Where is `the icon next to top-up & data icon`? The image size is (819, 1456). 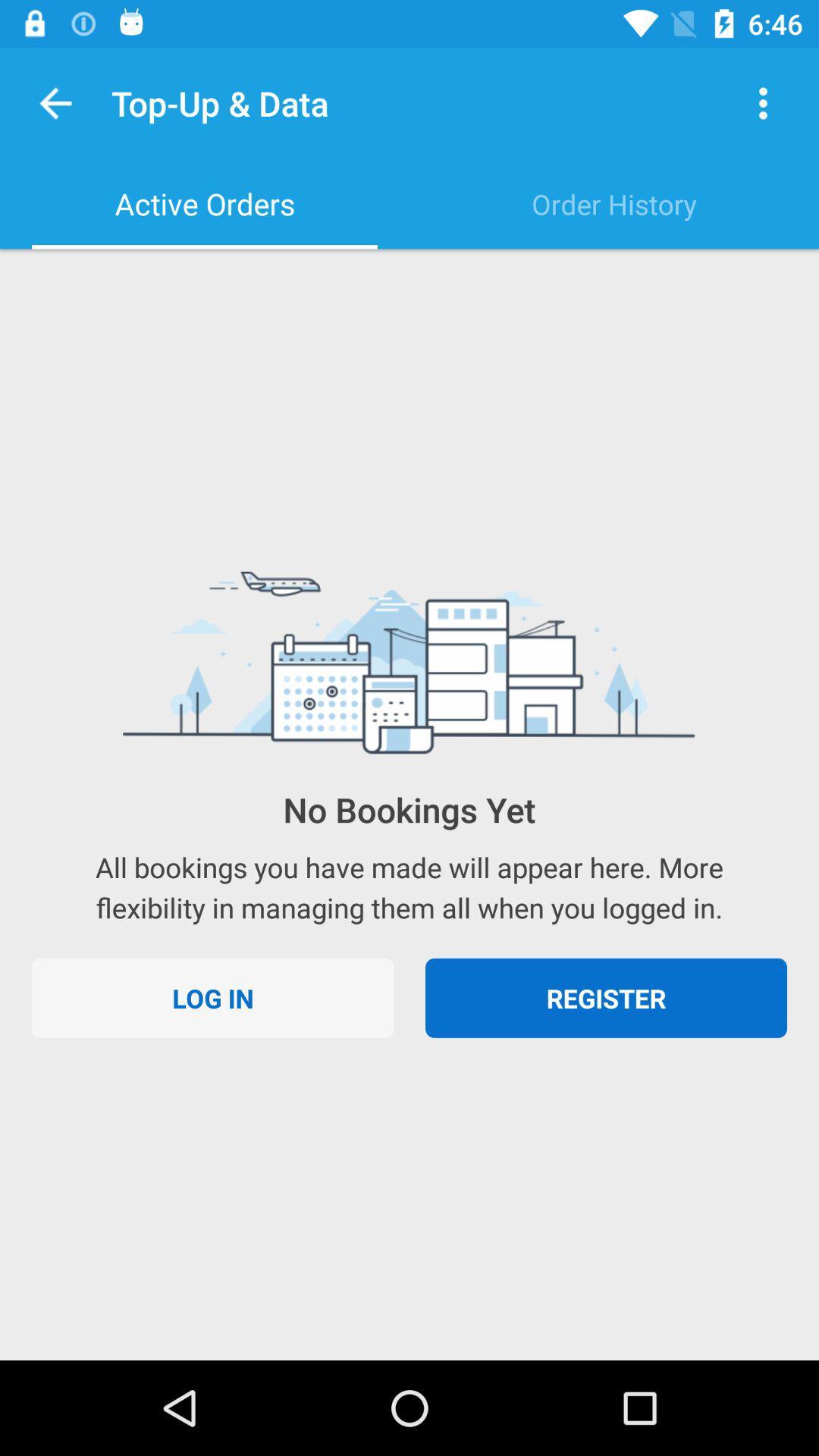
the icon next to top-up & data icon is located at coordinates (763, 102).